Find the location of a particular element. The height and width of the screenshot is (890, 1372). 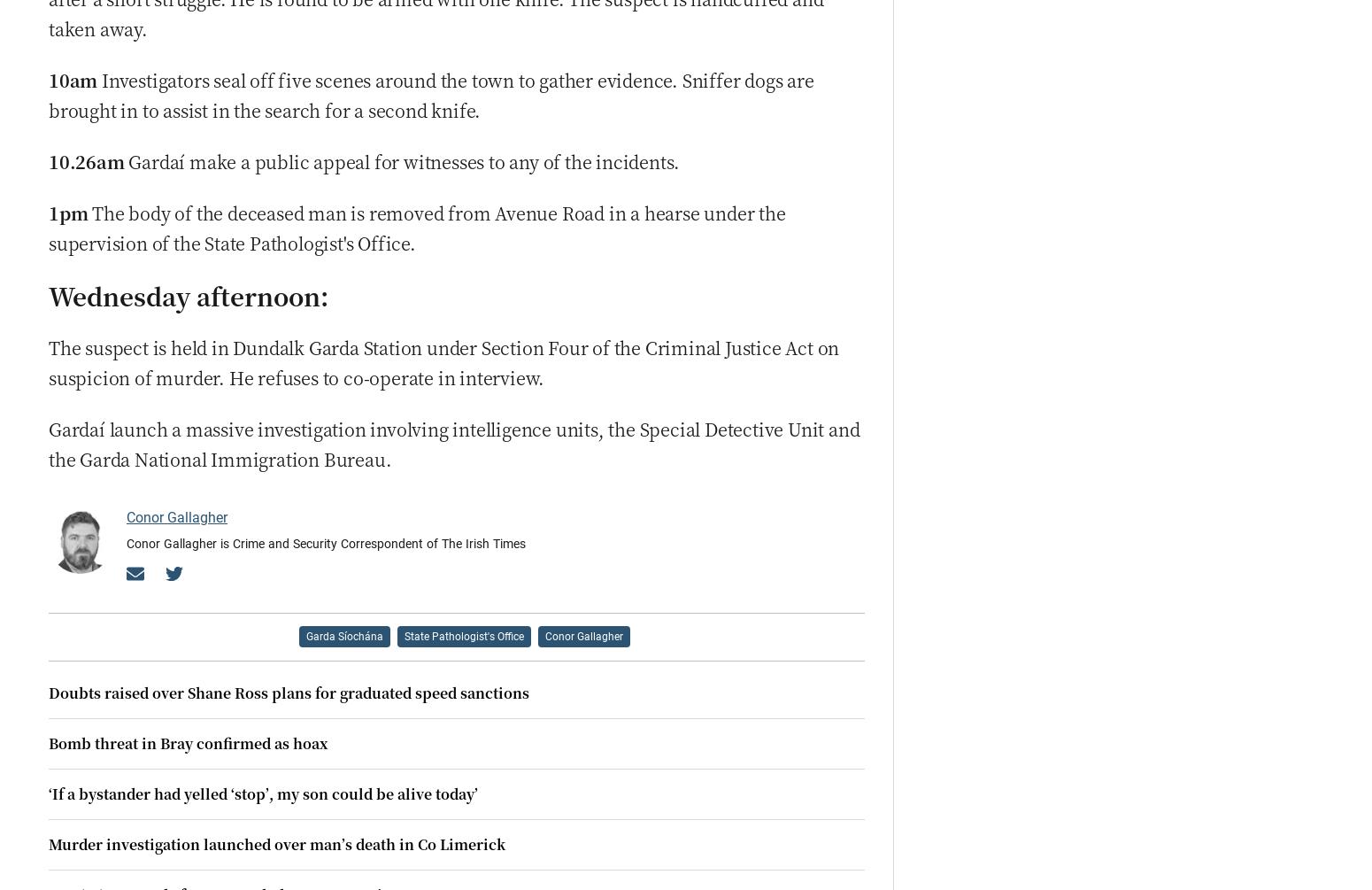

'Doubts raised over Shane Ross plans for graduated speed sanctions' is located at coordinates (288, 692).